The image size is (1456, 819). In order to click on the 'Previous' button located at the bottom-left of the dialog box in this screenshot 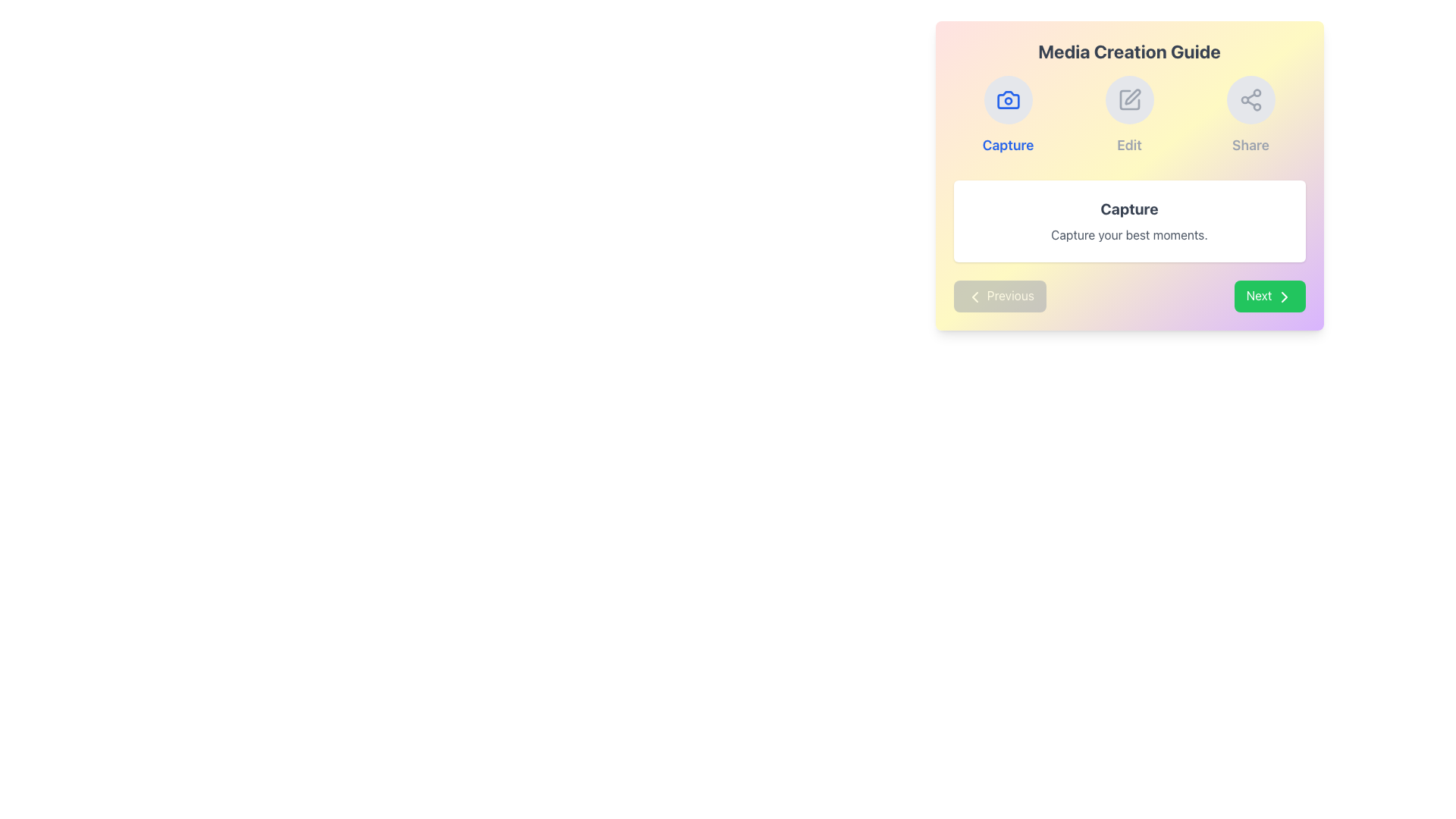, I will do `click(974, 297)`.